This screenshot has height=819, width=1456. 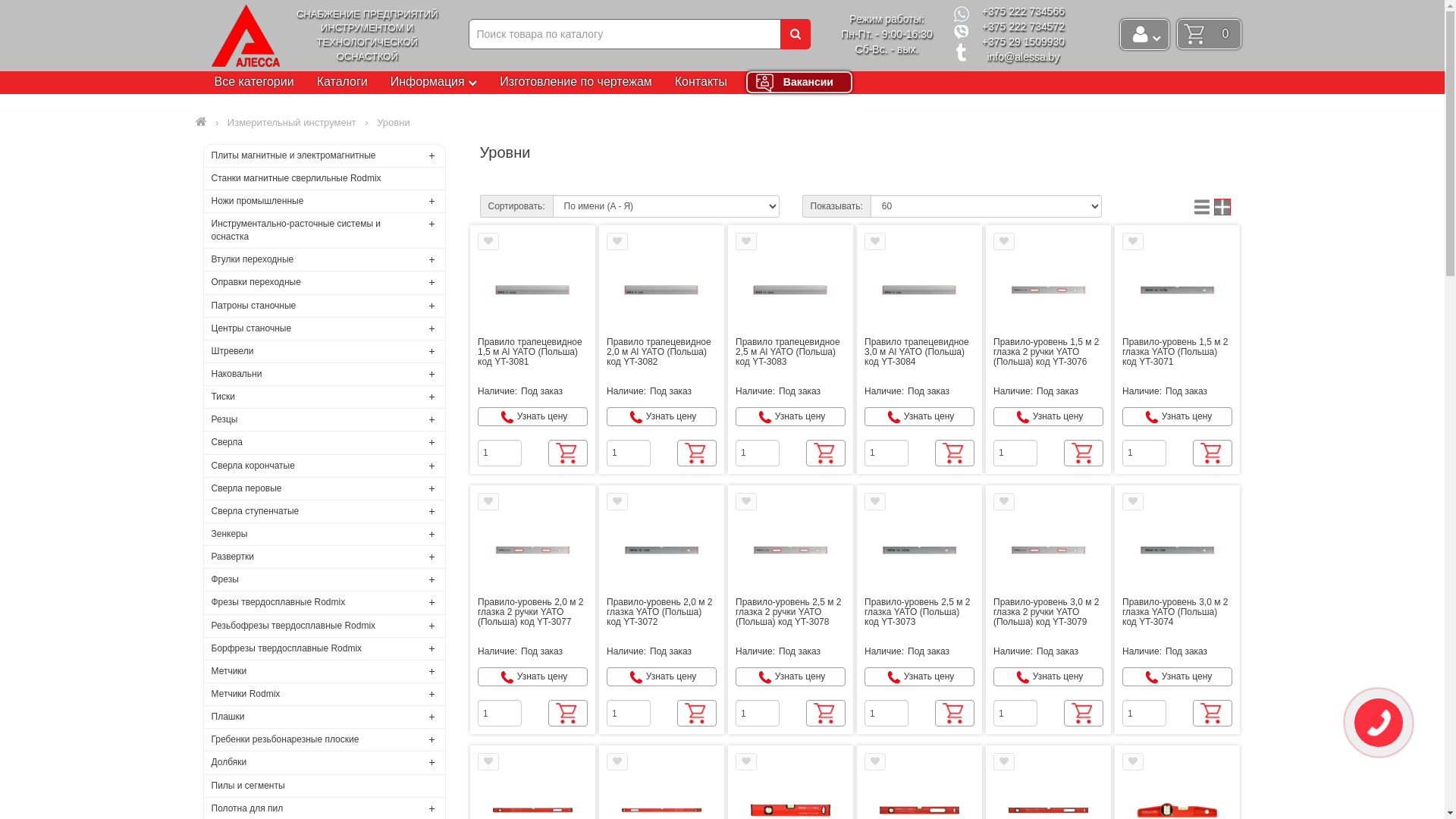 What do you see at coordinates (986, 55) in the screenshot?
I see `'info@alessa.by'` at bounding box center [986, 55].